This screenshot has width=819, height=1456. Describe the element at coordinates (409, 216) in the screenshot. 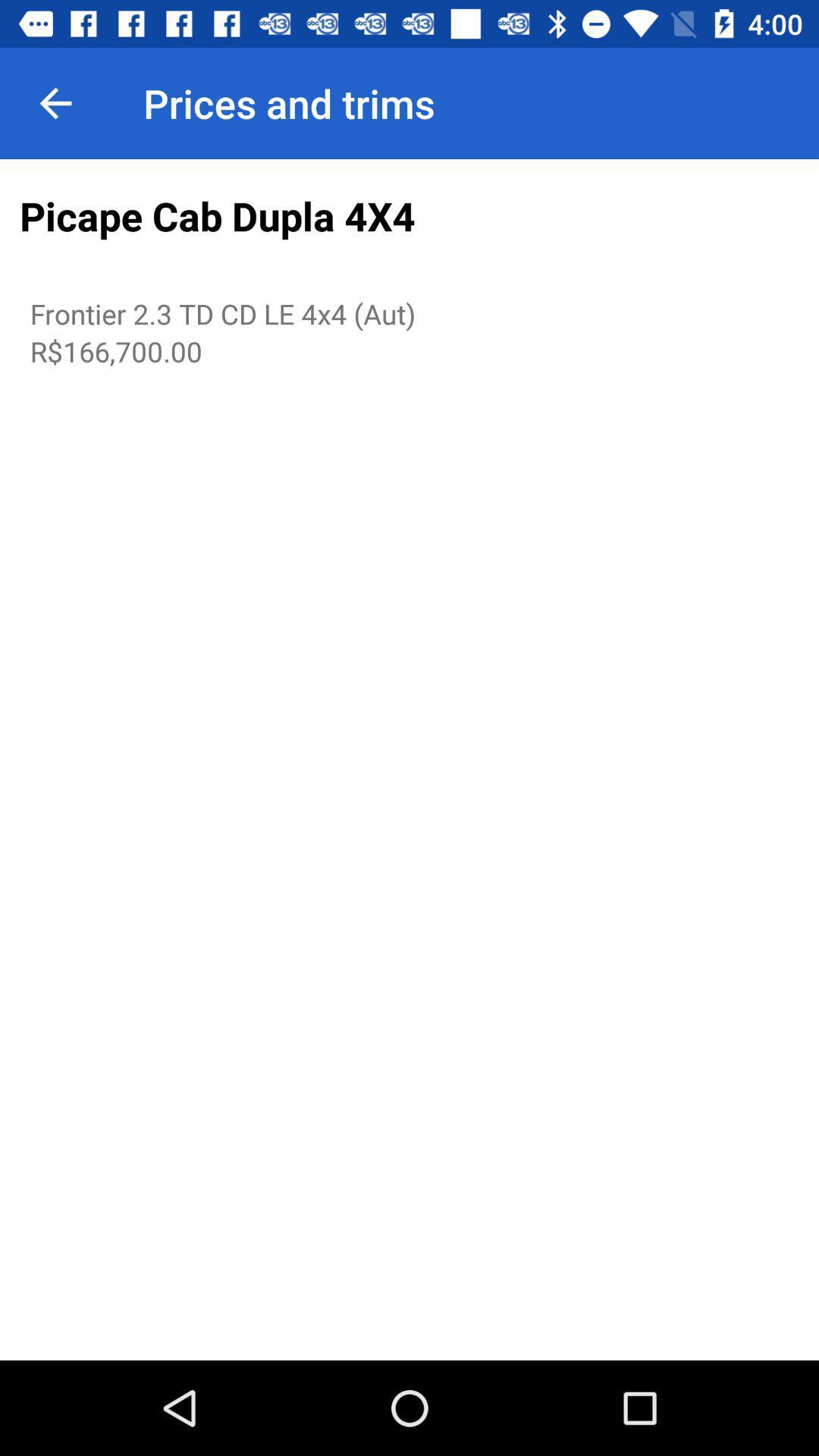

I see `the picape cab dupla` at that location.